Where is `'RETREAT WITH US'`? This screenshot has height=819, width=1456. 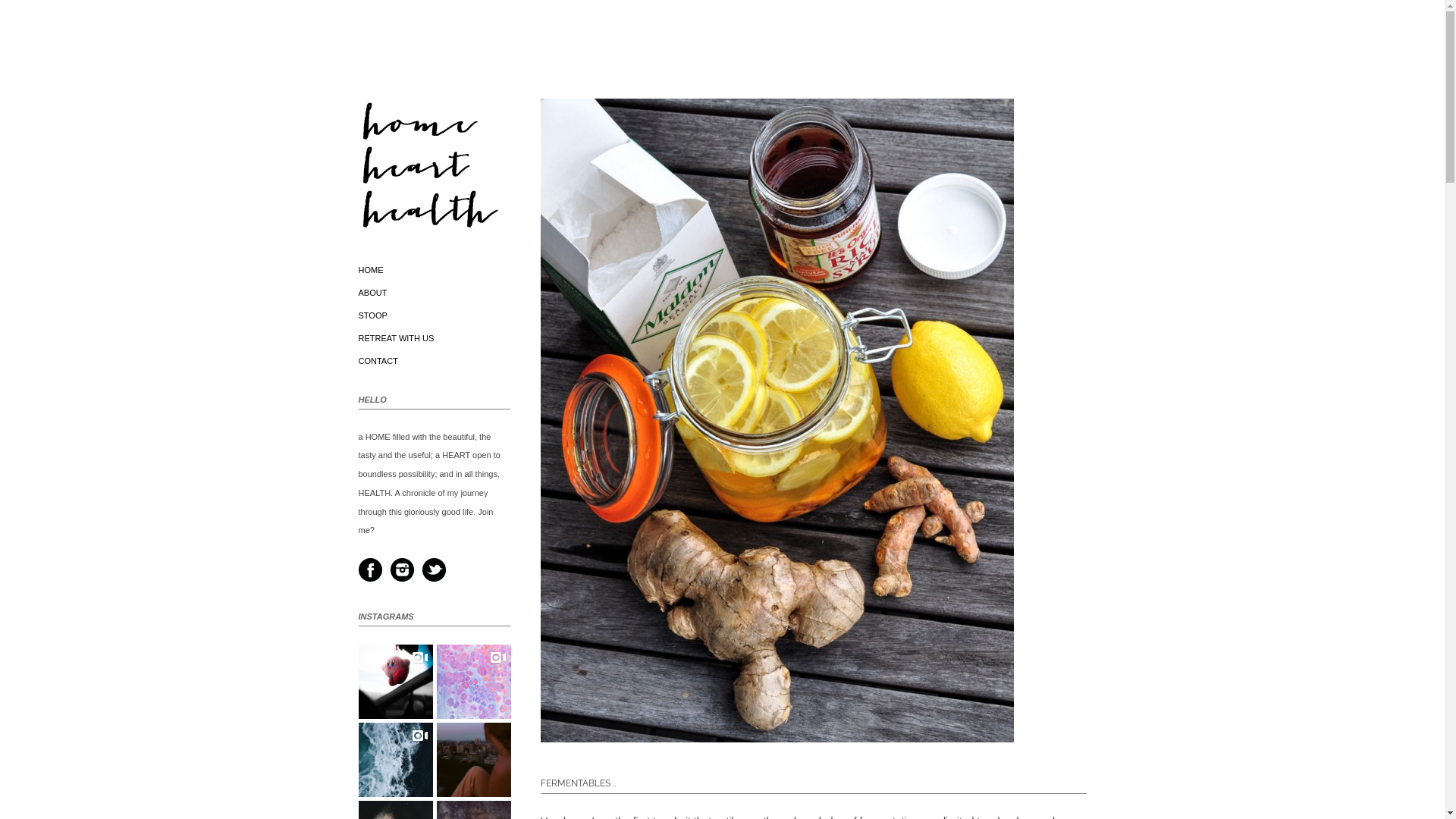 'RETREAT WITH US' is located at coordinates (396, 337).